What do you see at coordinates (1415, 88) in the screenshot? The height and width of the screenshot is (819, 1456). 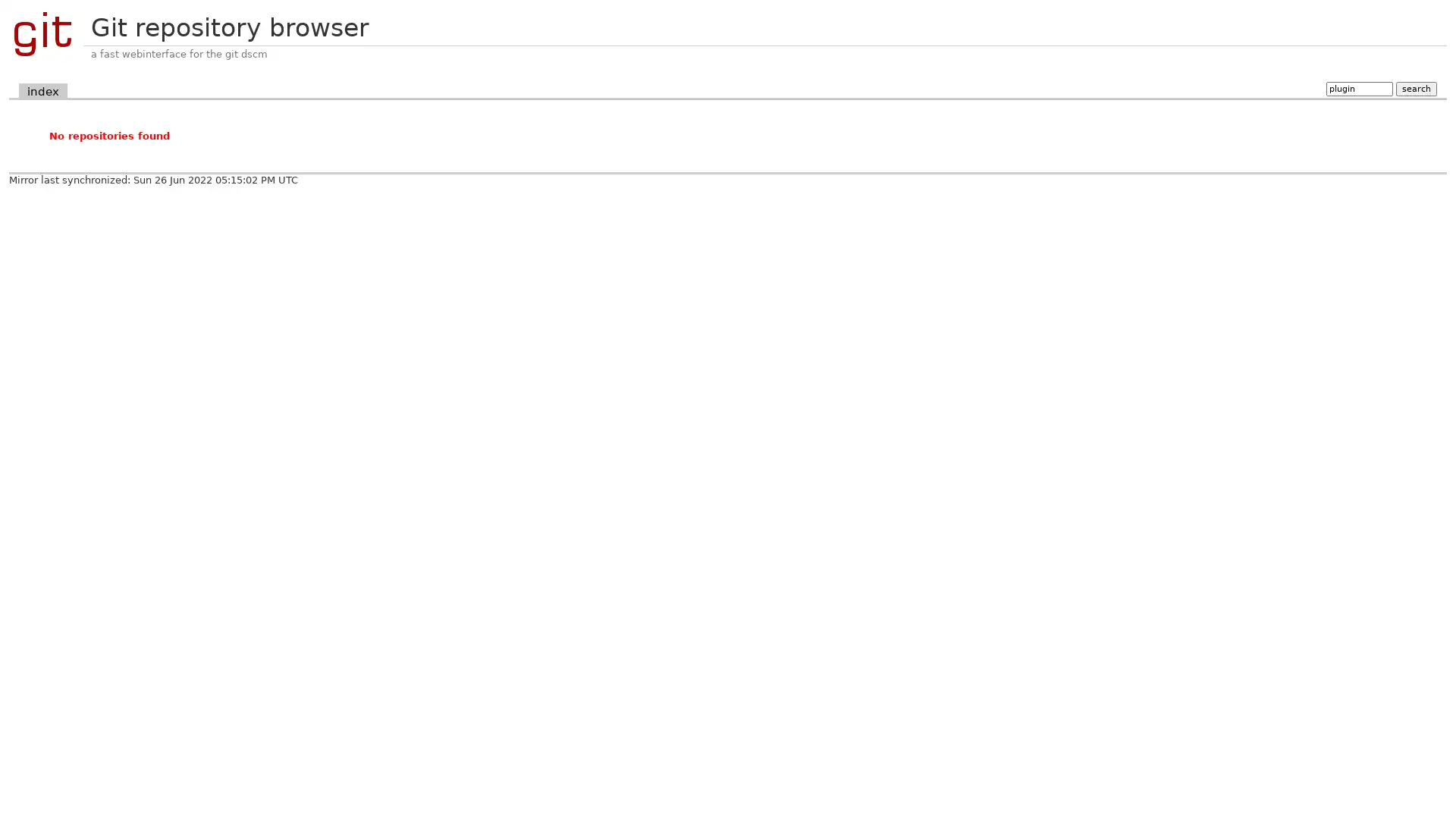 I see `search` at bounding box center [1415, 88].